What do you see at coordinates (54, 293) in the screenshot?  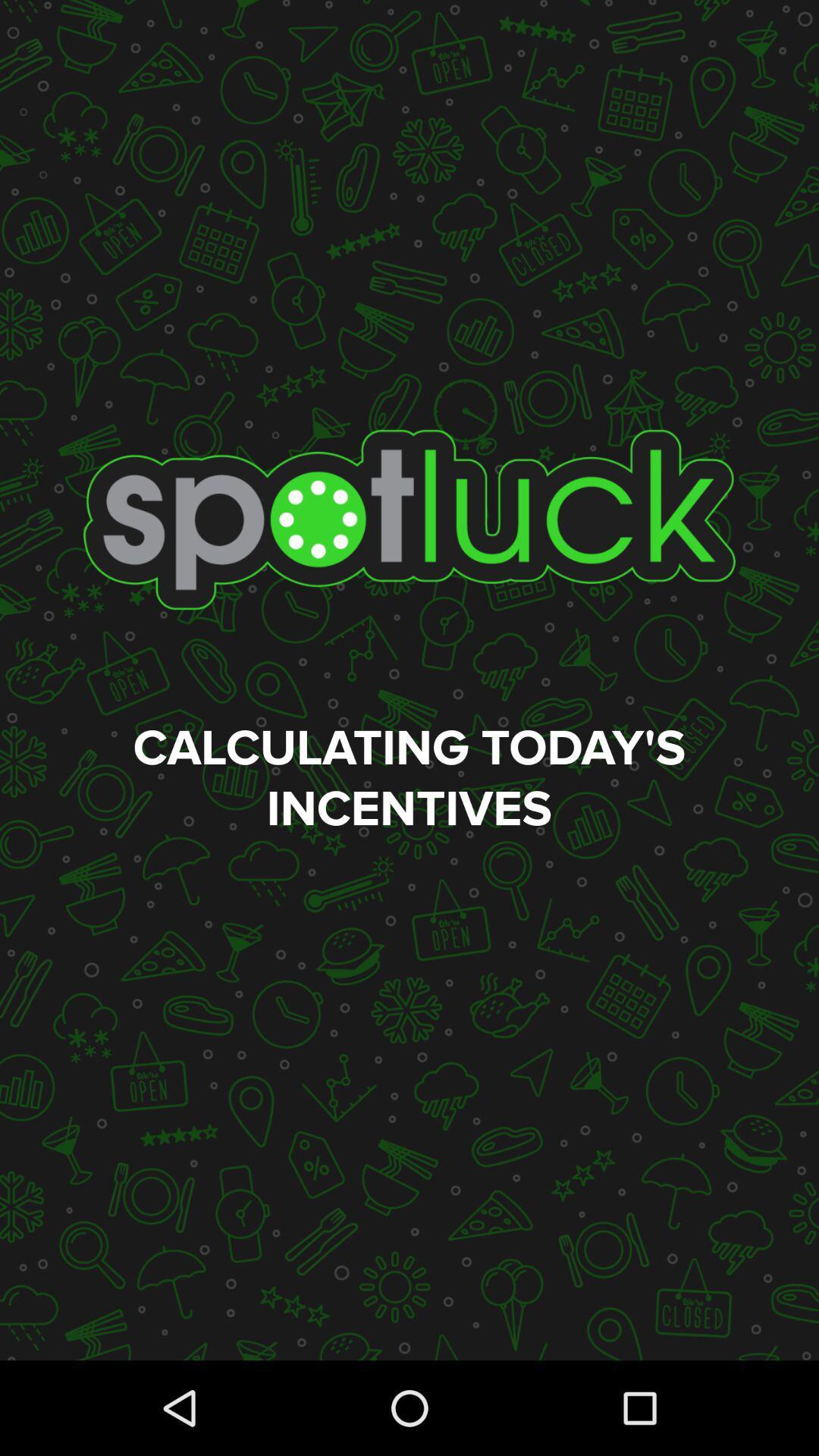 I see `the add icon` at bounding box center [54, 293].